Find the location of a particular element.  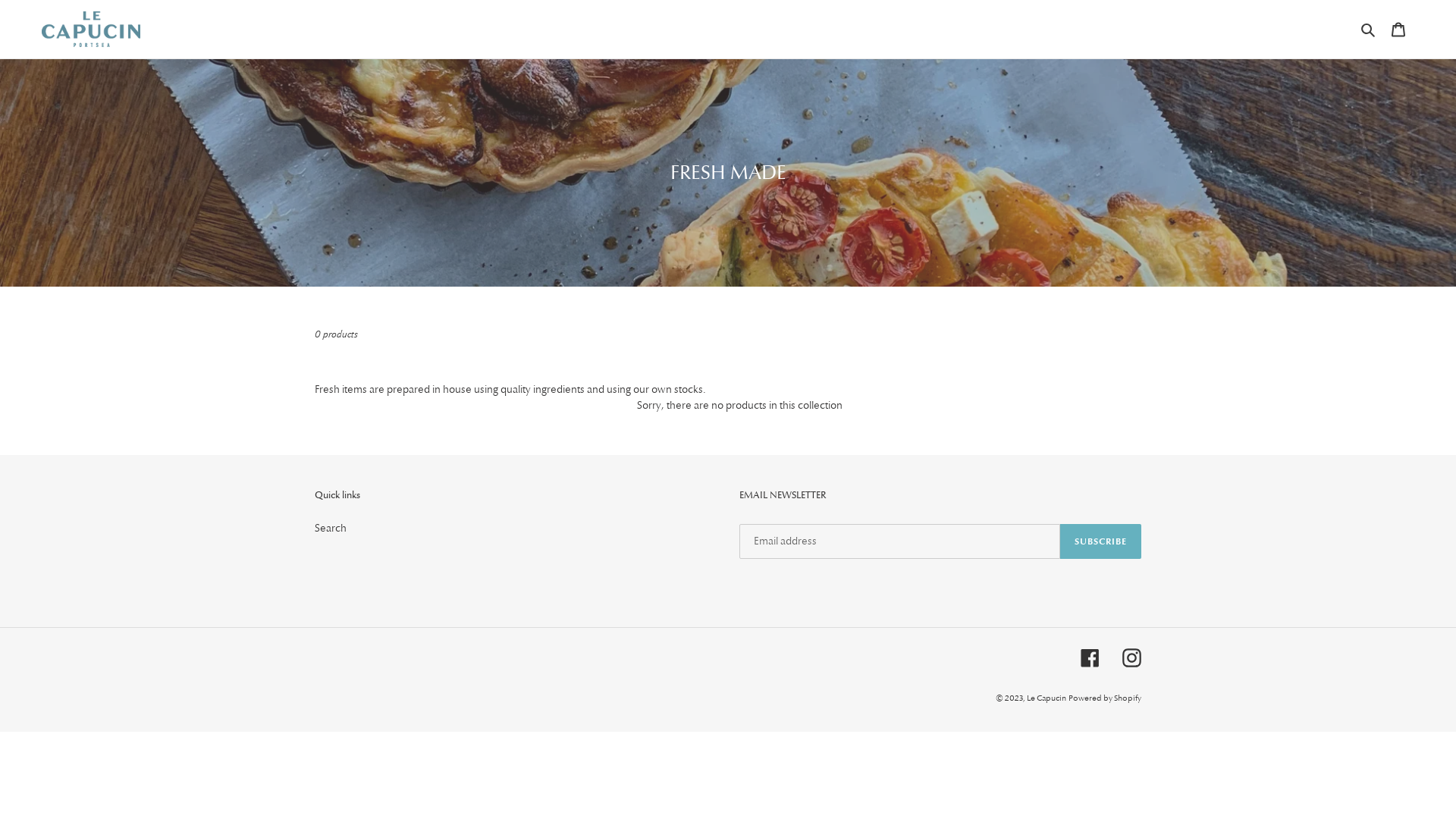

'Facebook' is located at coordinates (1080, 657).